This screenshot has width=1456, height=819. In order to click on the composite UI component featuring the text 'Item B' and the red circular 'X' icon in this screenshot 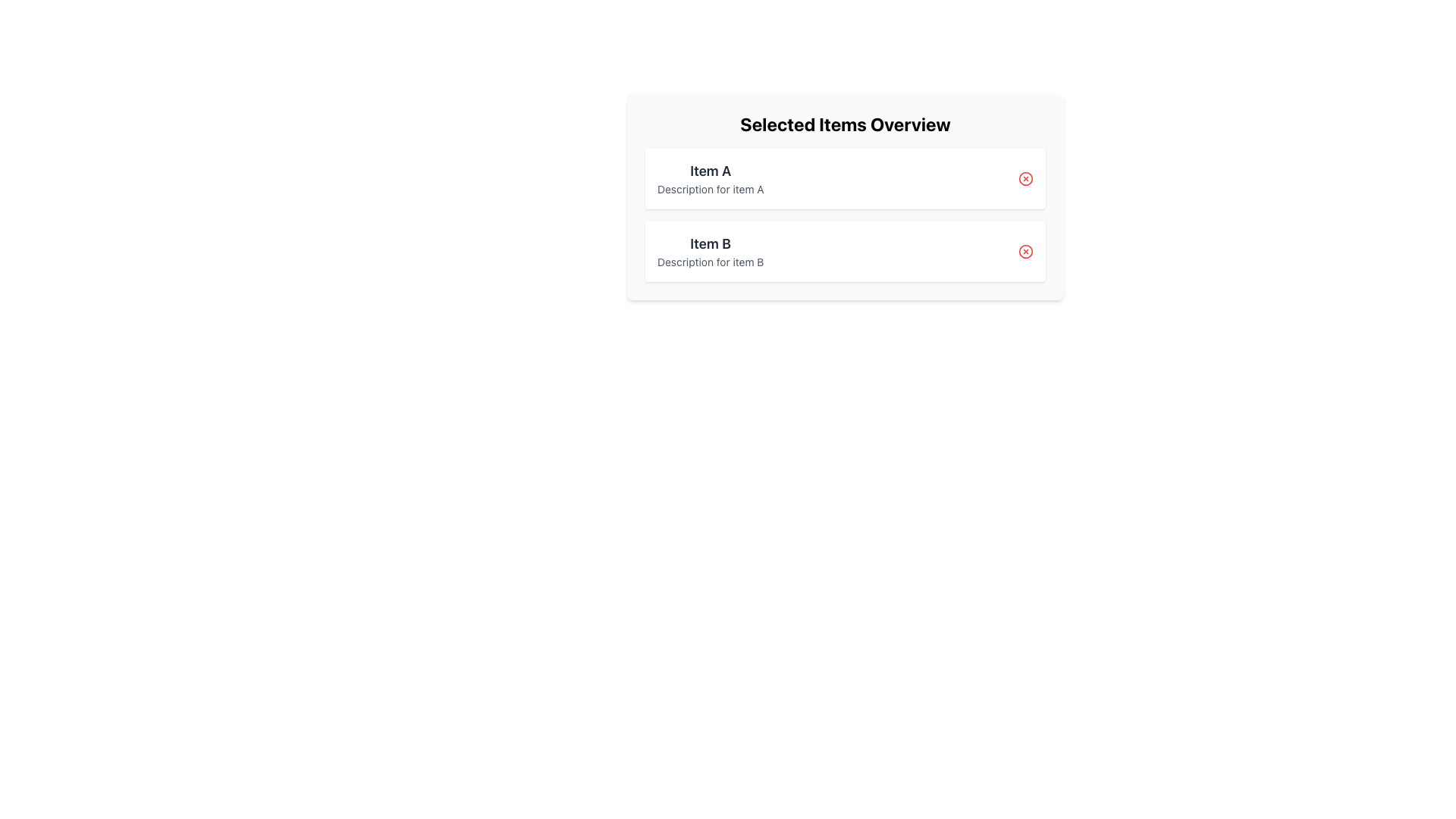, I will do `click(844, 250)`.